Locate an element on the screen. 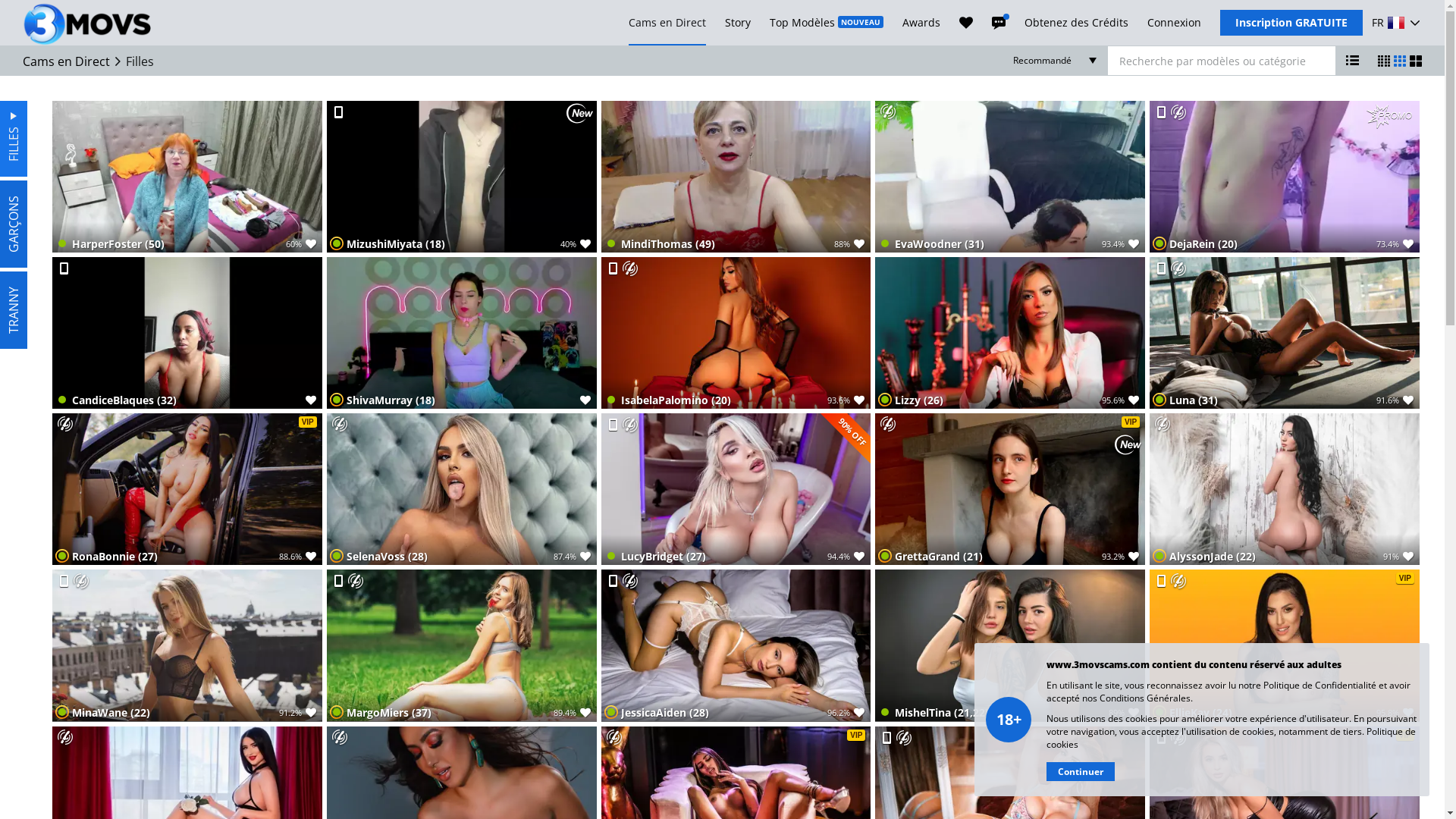 Image resolution: width=1456 pixels, height=819 pixels. 'Cams en Direct' is located at coordinates (667, 23).